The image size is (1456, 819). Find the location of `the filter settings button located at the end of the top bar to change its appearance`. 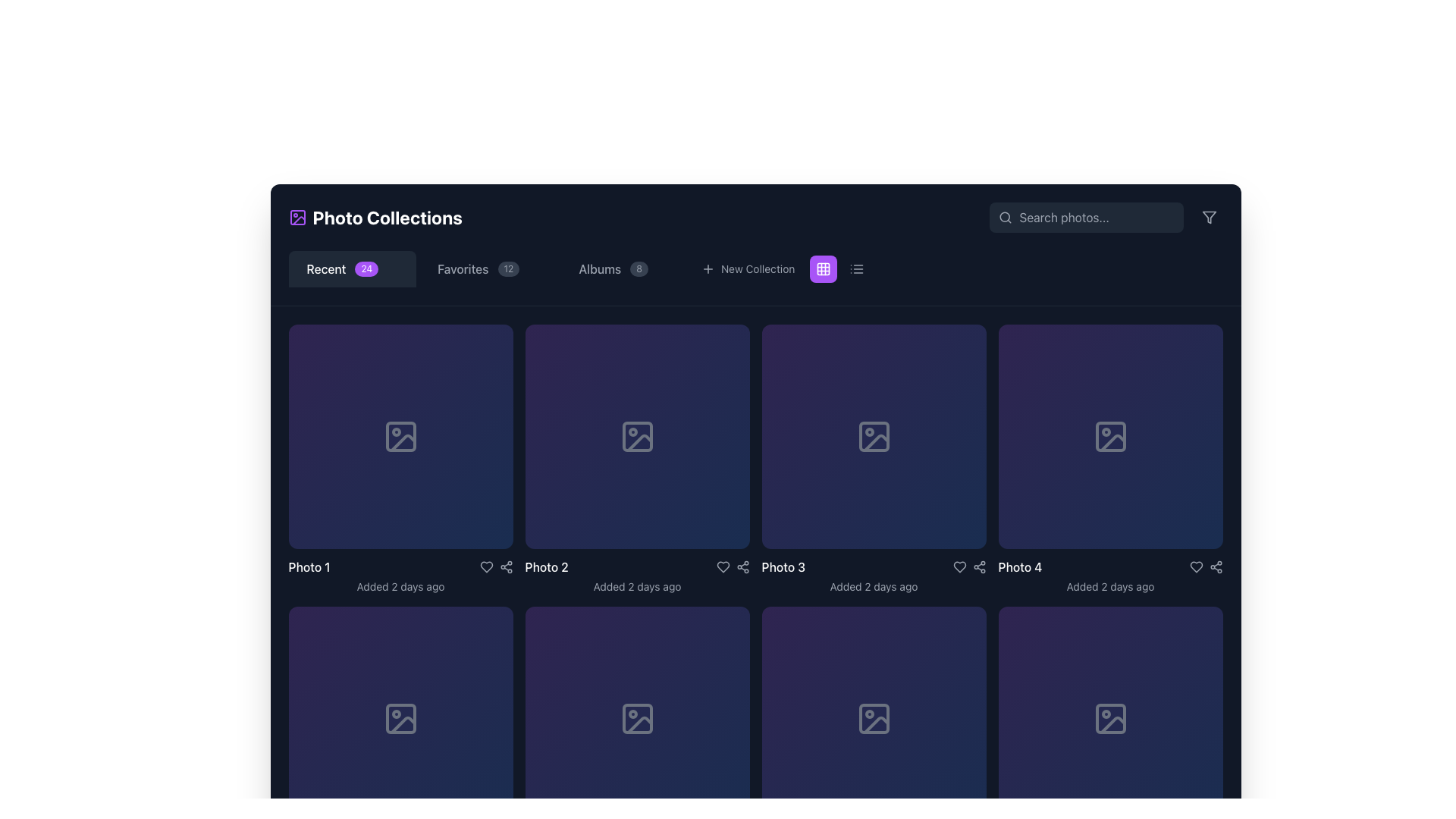

the filter settings button located at the end of the top bar to change its appearance is located at coordinates (1208, 217).